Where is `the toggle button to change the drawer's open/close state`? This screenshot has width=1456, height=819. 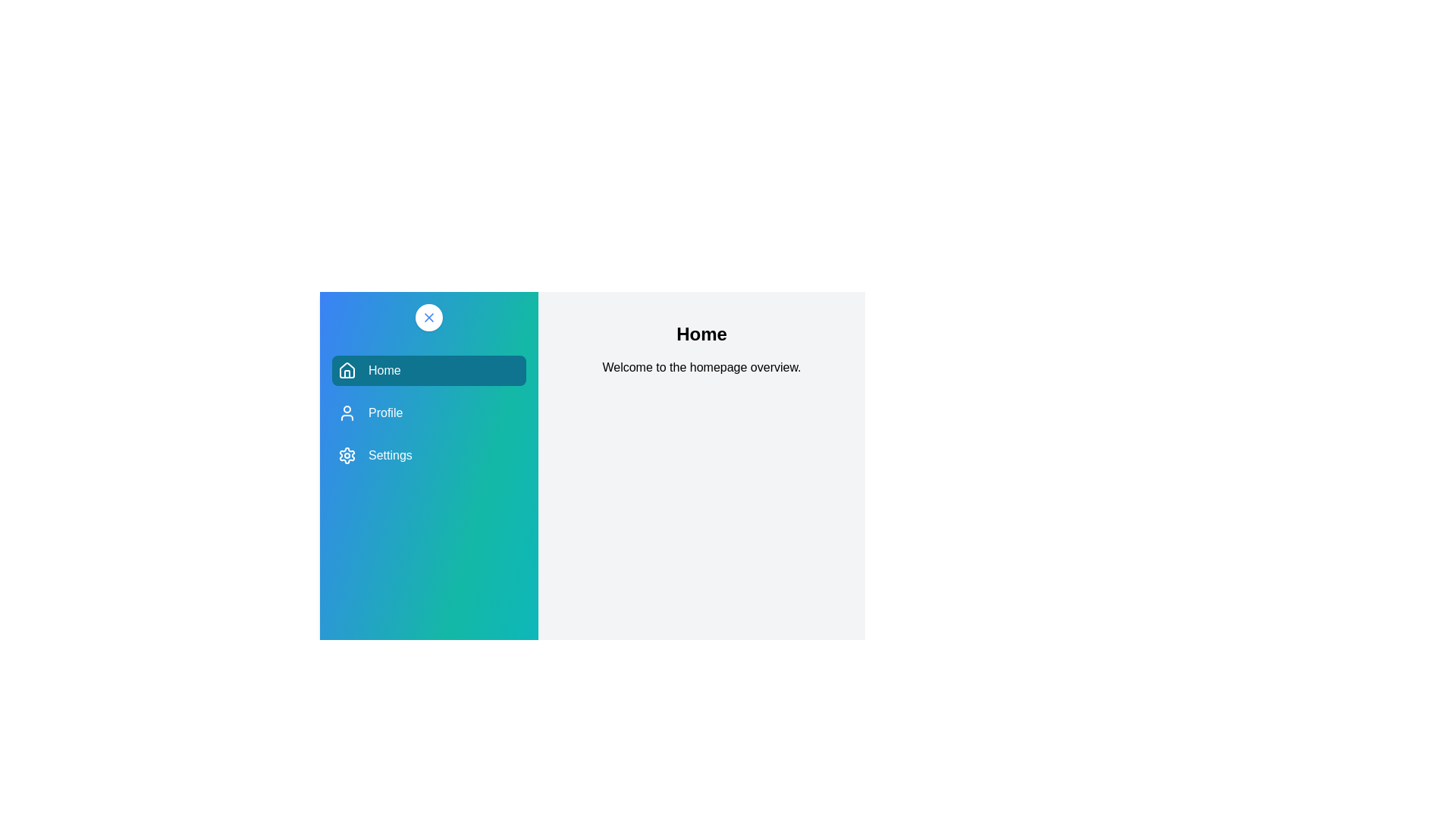
the toggle button to change the drawer's open/close state is located at coordinates (428, 317).